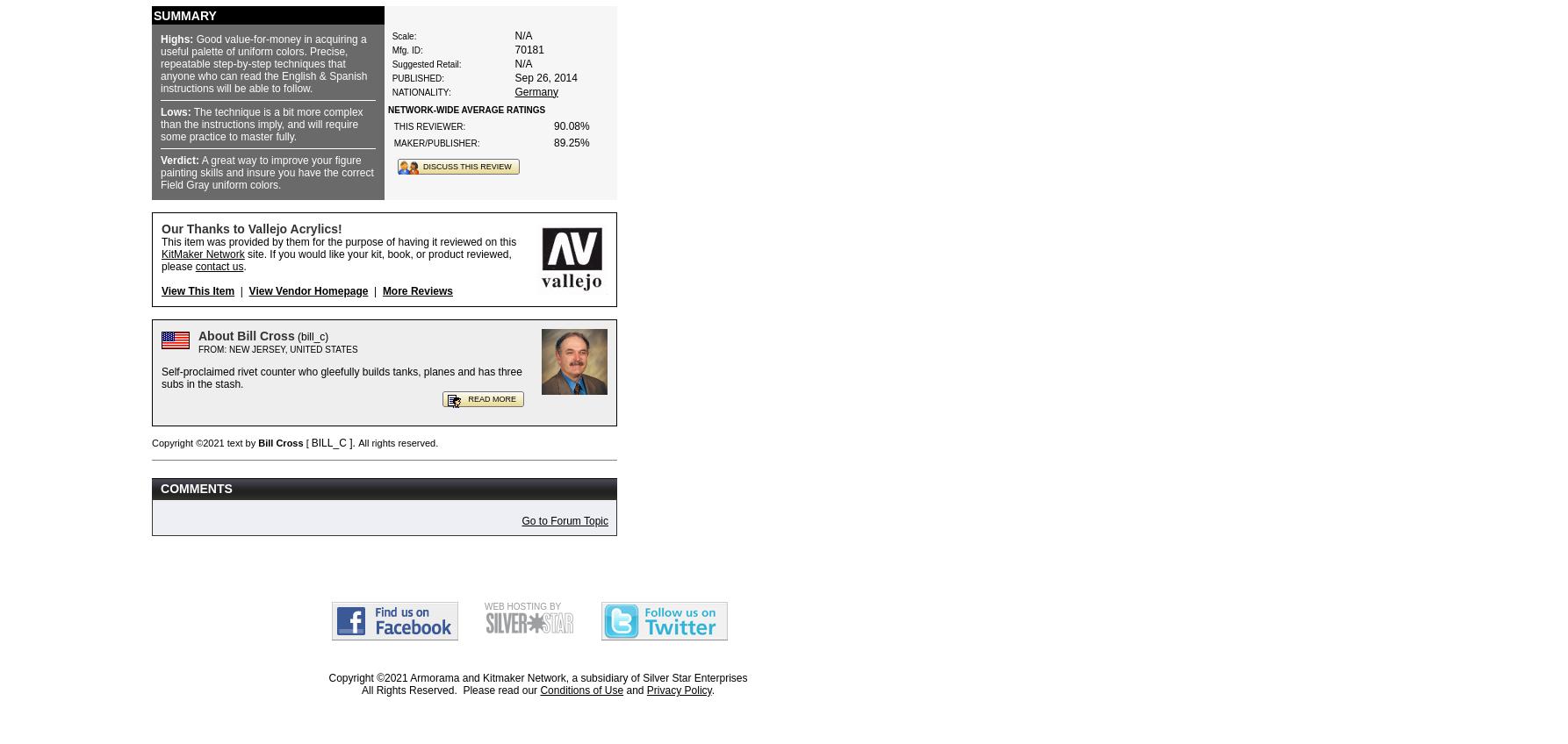 This screenshot has height=744, width=1568. Describe the element at coordinates (335, 260) in the screenshot. I see `'site. If you would like your kit, book, or product reviewed, please'` at that location.